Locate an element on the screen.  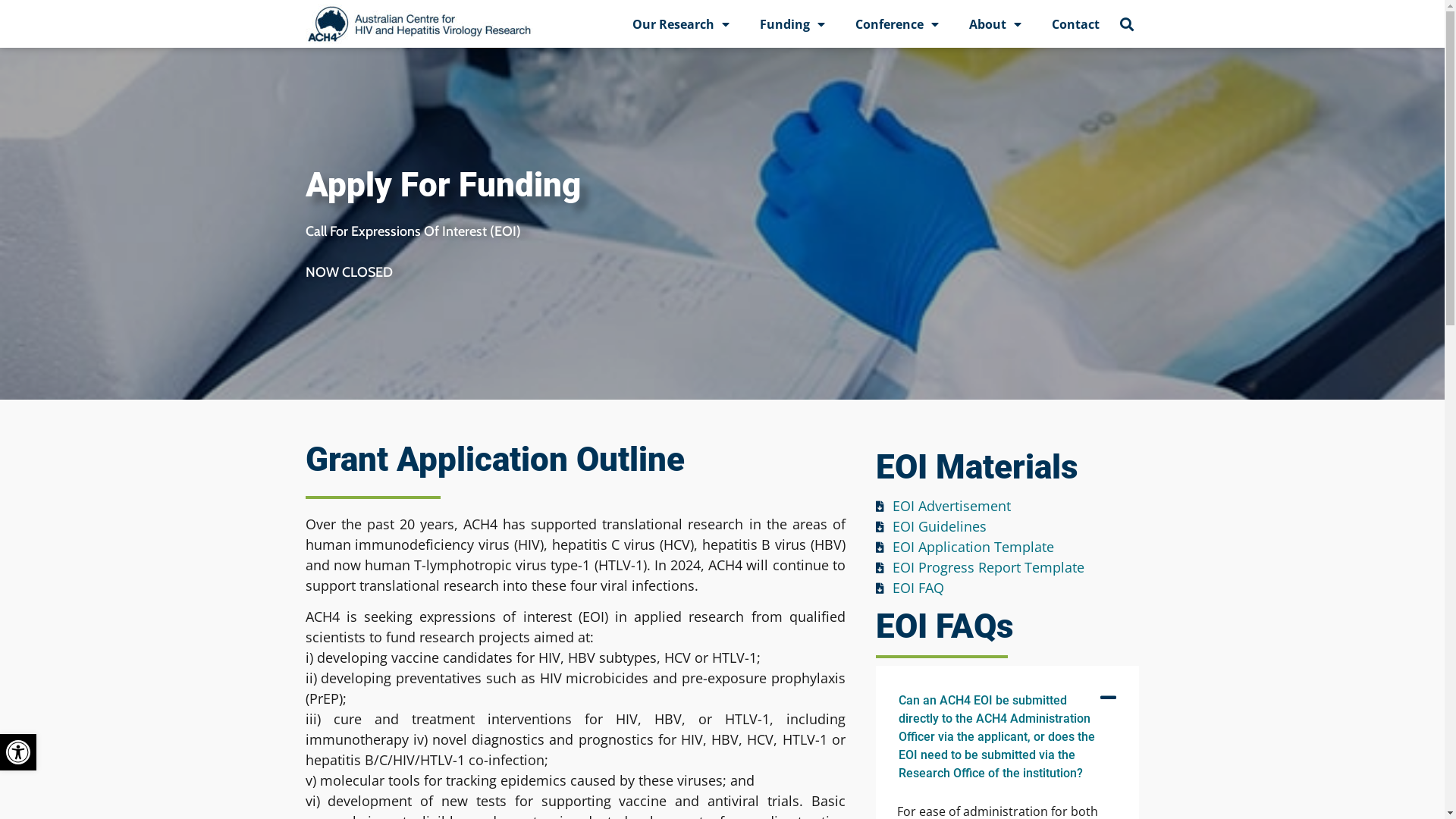
'Our Research' is located at coordinates (679, 24).